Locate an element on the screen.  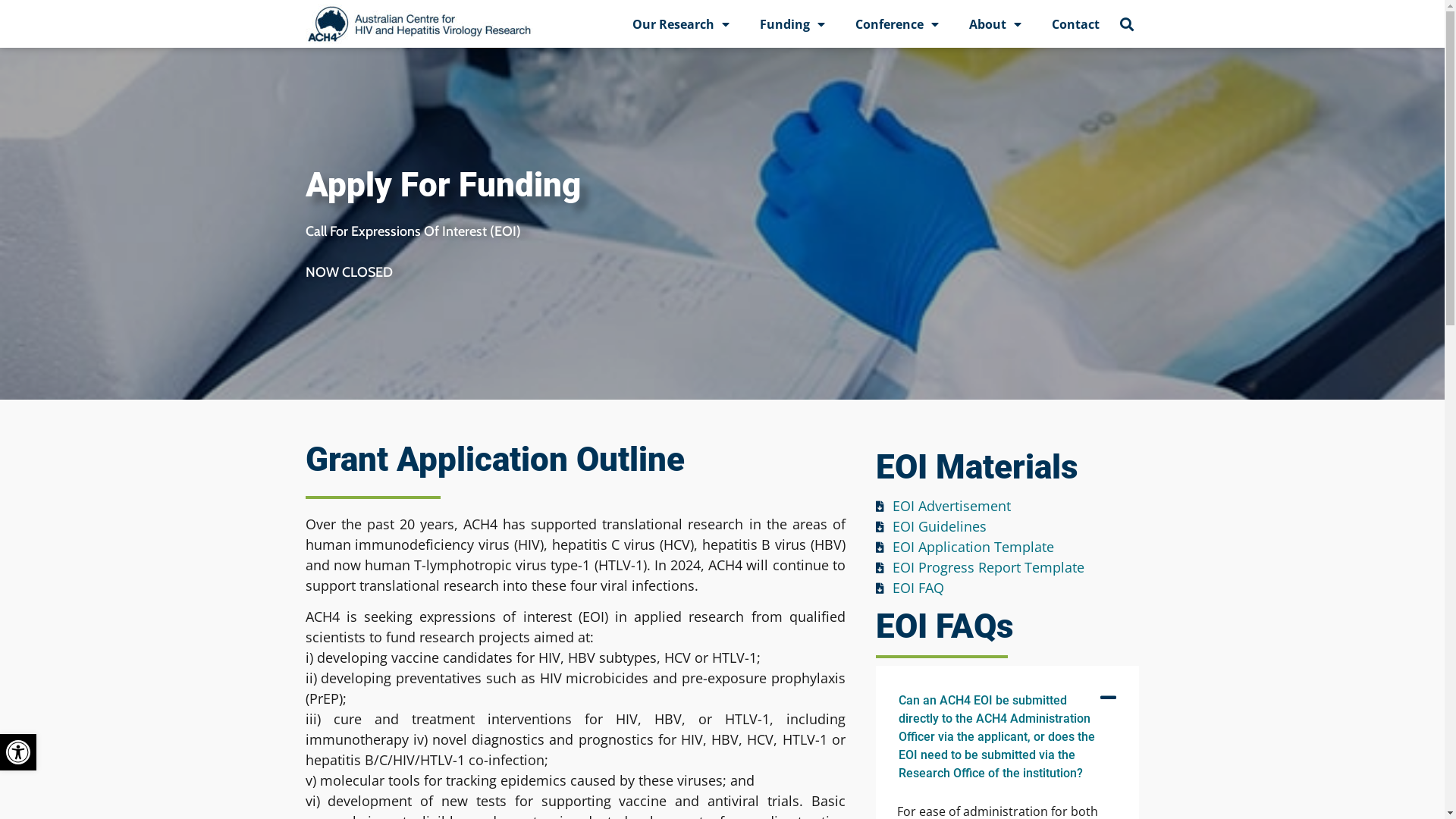
'Our Research' is located at coordinates (679, 24).